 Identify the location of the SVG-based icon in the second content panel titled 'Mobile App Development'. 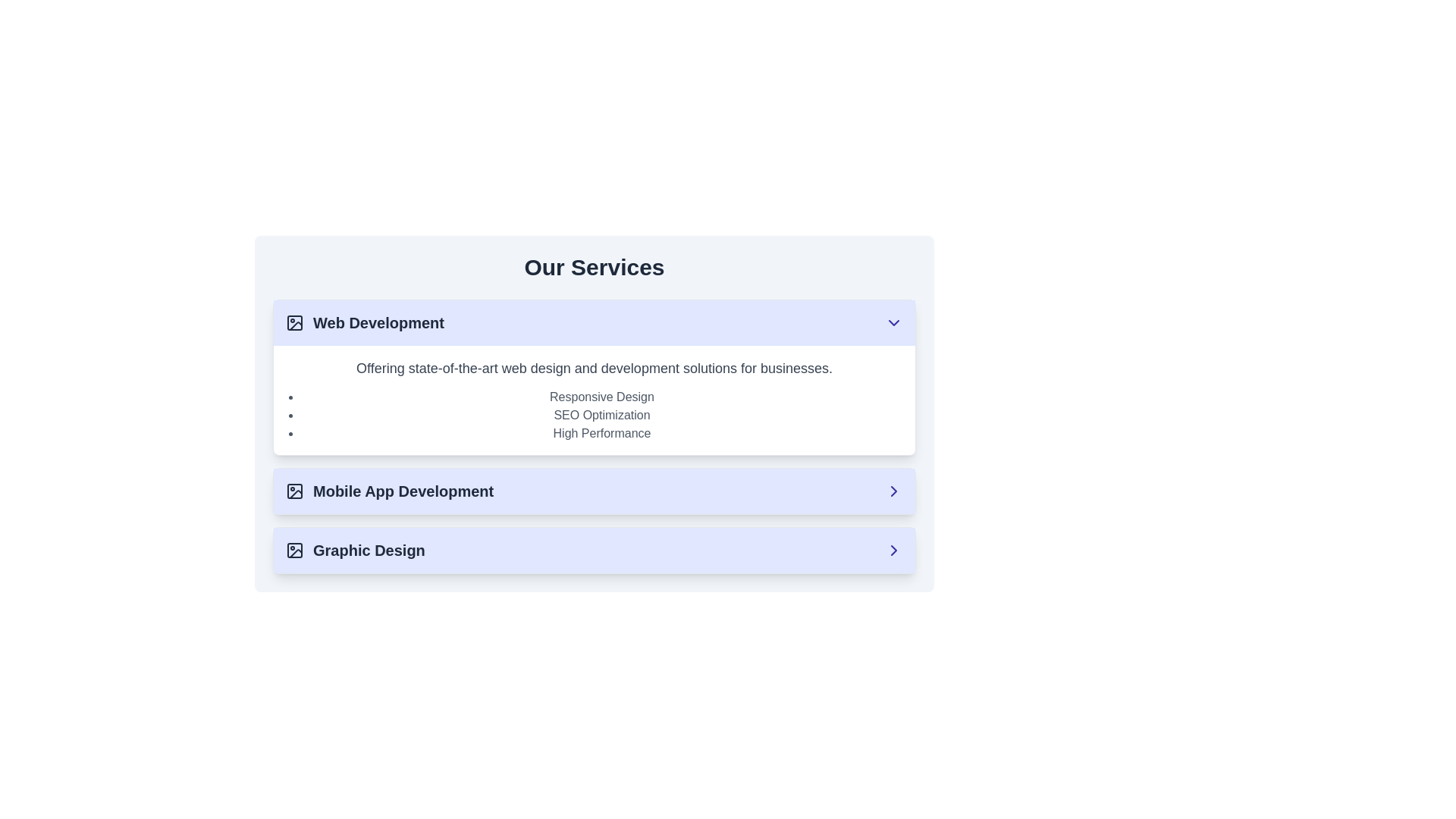
(894, 491).